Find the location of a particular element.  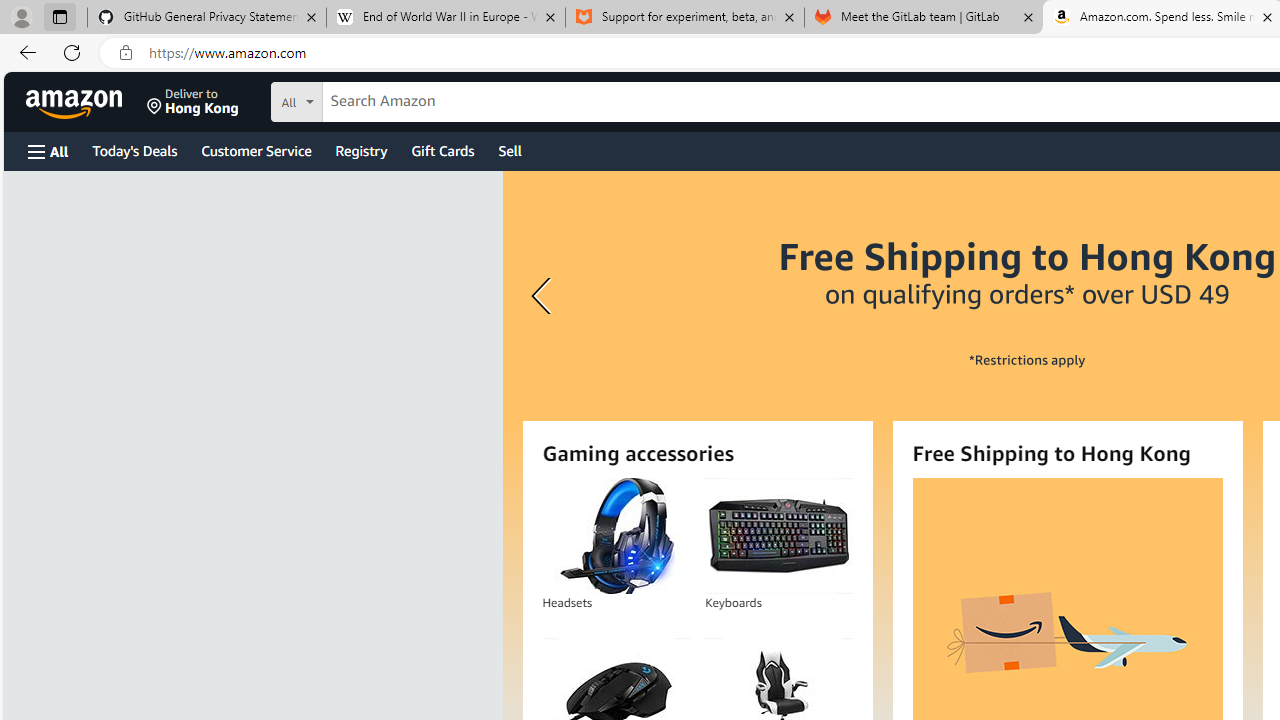

'Registry' is located at coordinates (360, 149).